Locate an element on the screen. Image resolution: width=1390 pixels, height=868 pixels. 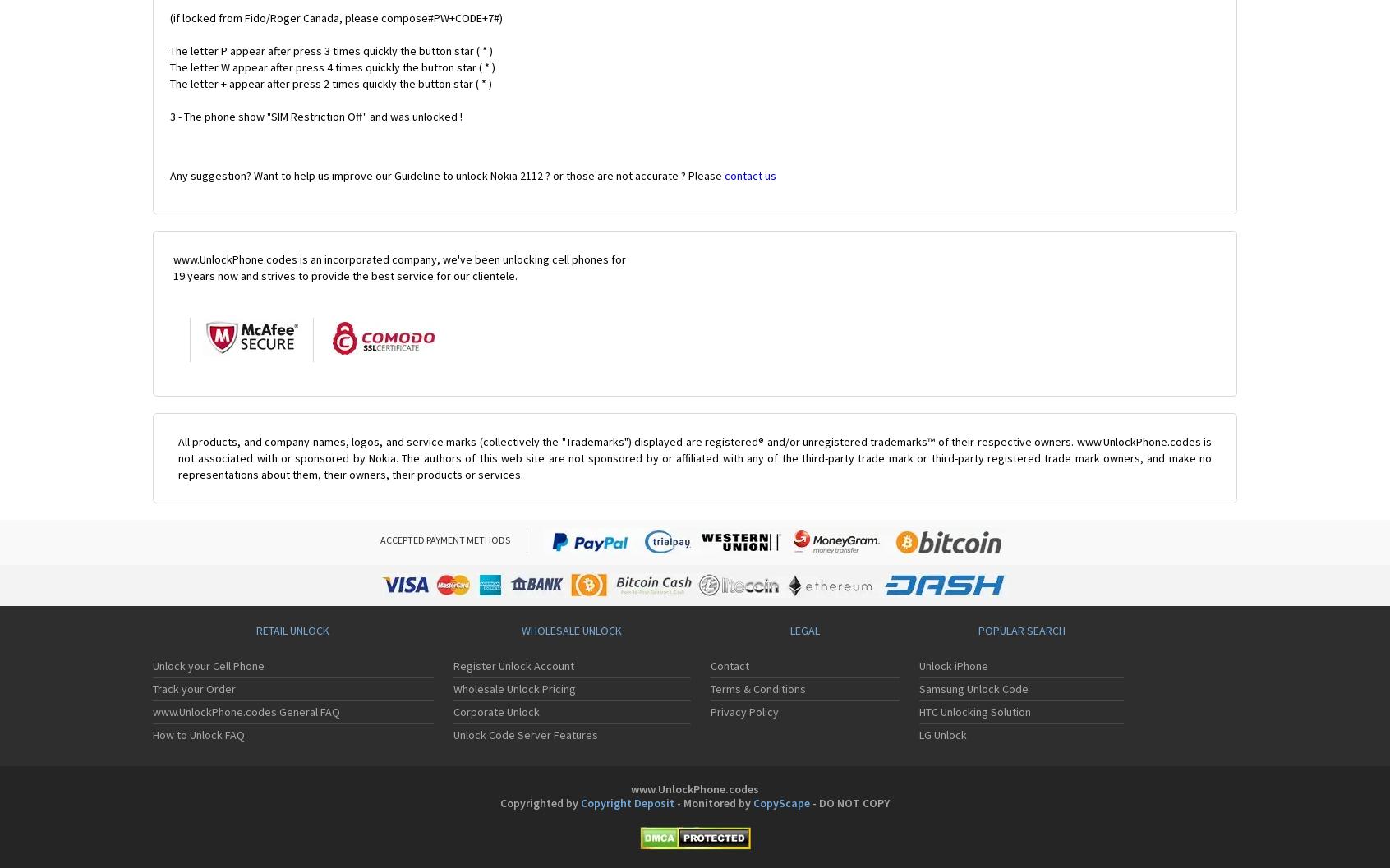
'www.UnlockPhone.codes is an incorporated company, we've been unlocking cell phones for' is located at coordinates (172, 259).